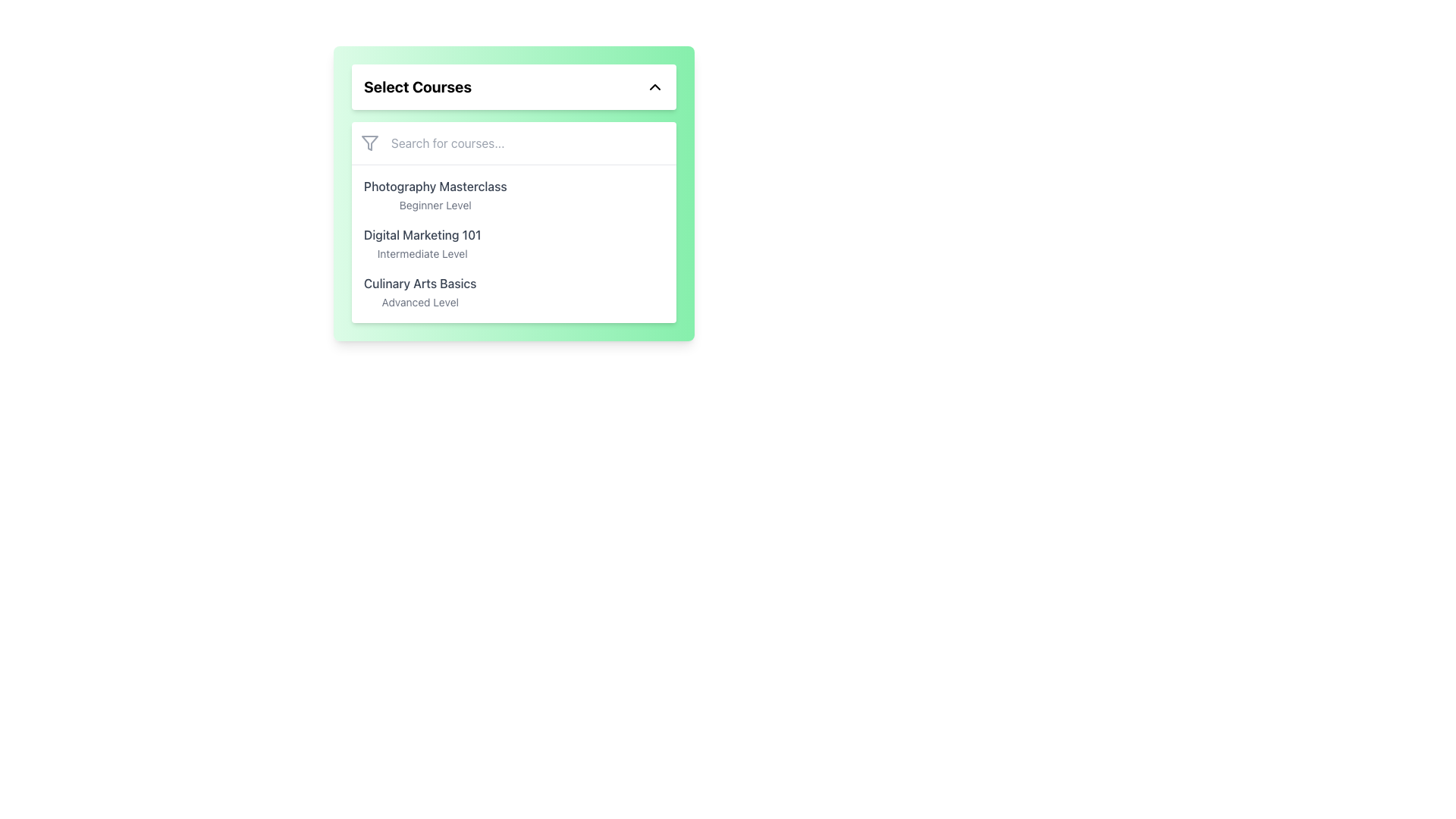 This screenshot has width=1456, height=819. What do you see at coordinates (420, 284) in the screenshot?
I see `the text label that reads 'Culinary Arts Basics', which is the third item in the dropdown interface titled 'Select Courses'` at bounding box center [420, 284].